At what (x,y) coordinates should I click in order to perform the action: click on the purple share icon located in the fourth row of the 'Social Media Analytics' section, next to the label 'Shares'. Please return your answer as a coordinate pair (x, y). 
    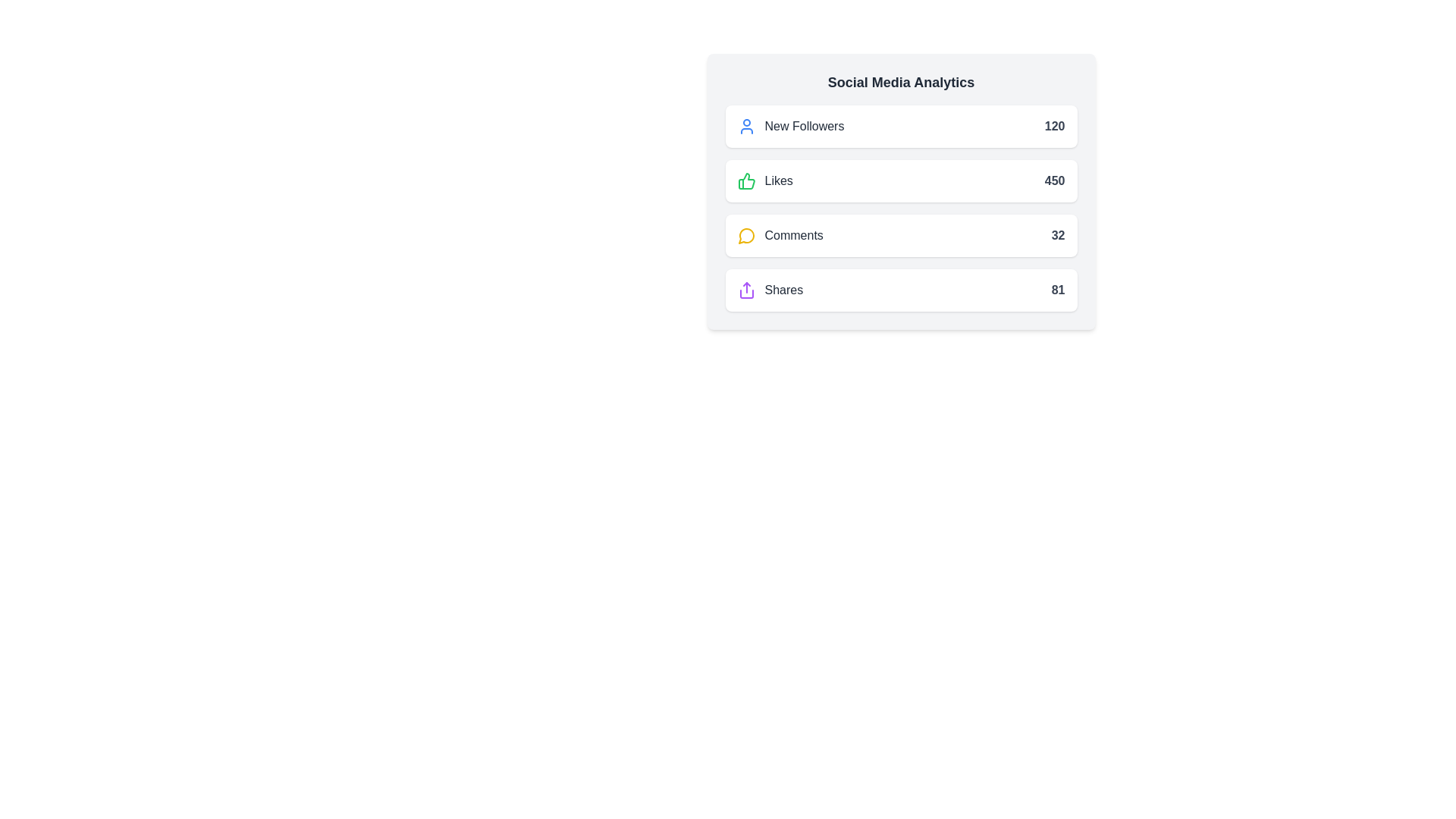
    Looking at the image, I should click on (746, 290).